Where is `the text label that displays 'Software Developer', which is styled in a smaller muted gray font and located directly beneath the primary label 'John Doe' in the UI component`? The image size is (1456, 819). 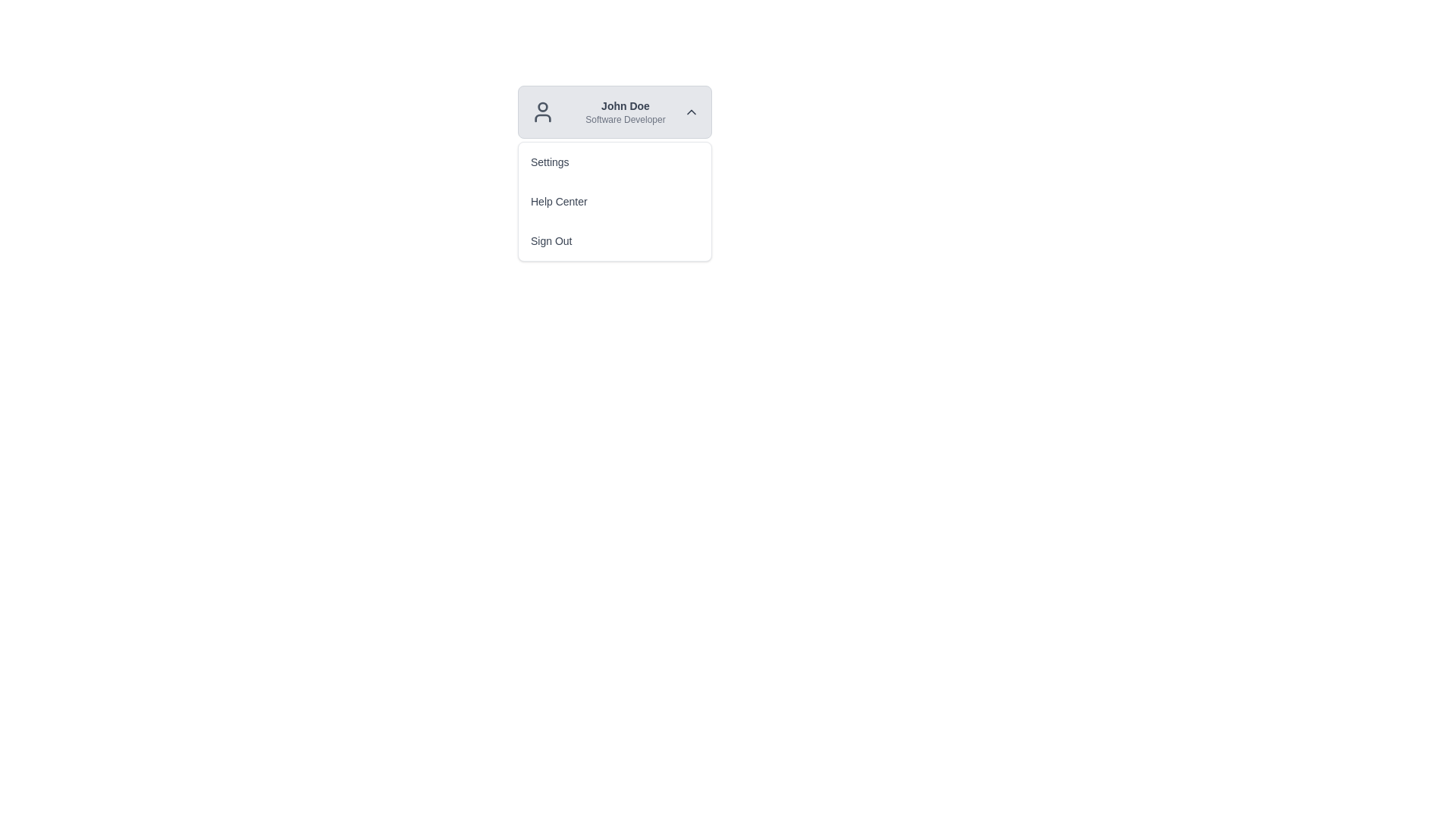 the text label that displays 'Software Developer', which is styled in a smaller muted gray font and located directly beneath the primary label 'John Doe' in the UI component is located at coordinates (626, 119).